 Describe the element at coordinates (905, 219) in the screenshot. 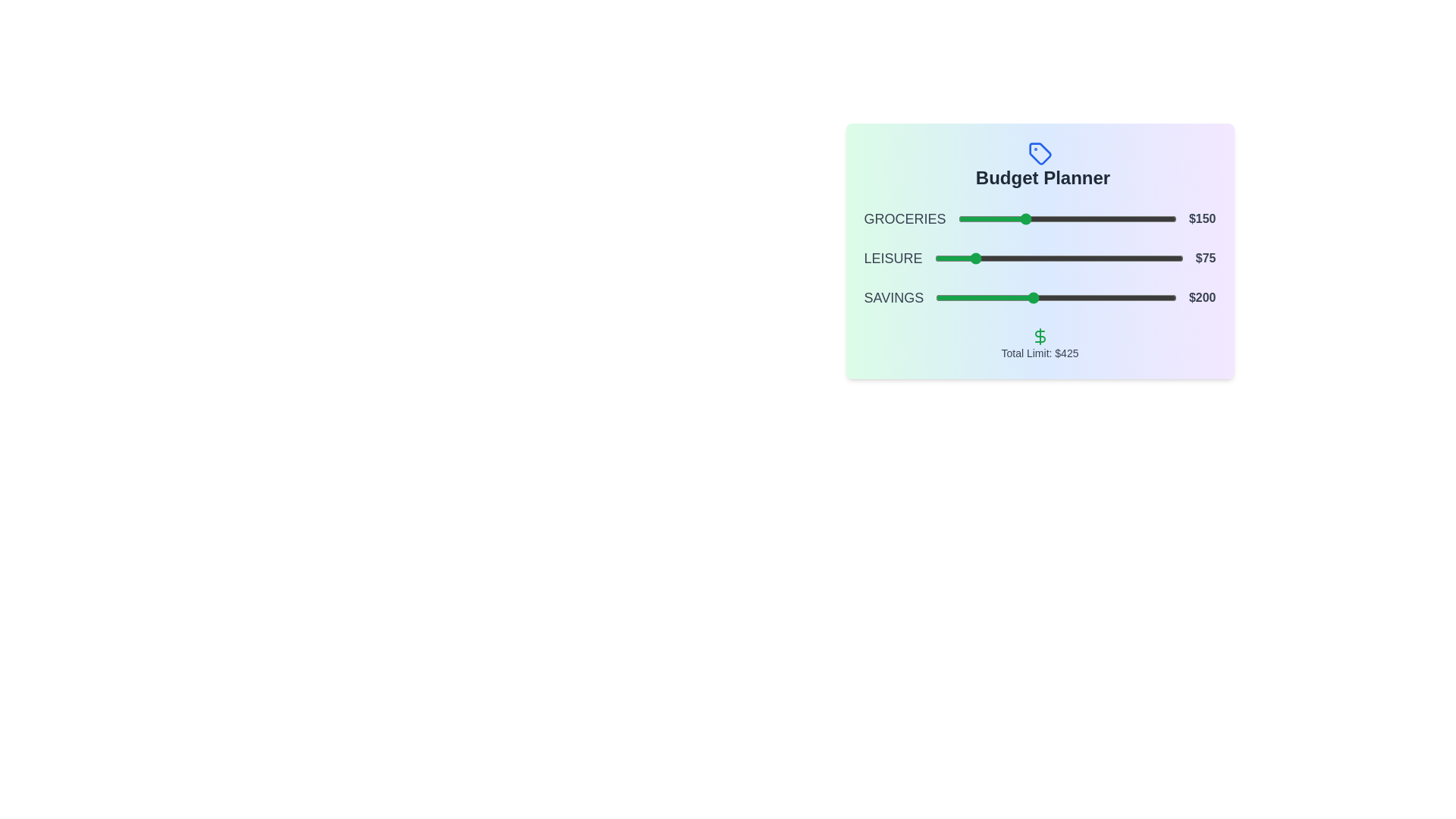

I see `the category name groceries to display additional details` at that location.